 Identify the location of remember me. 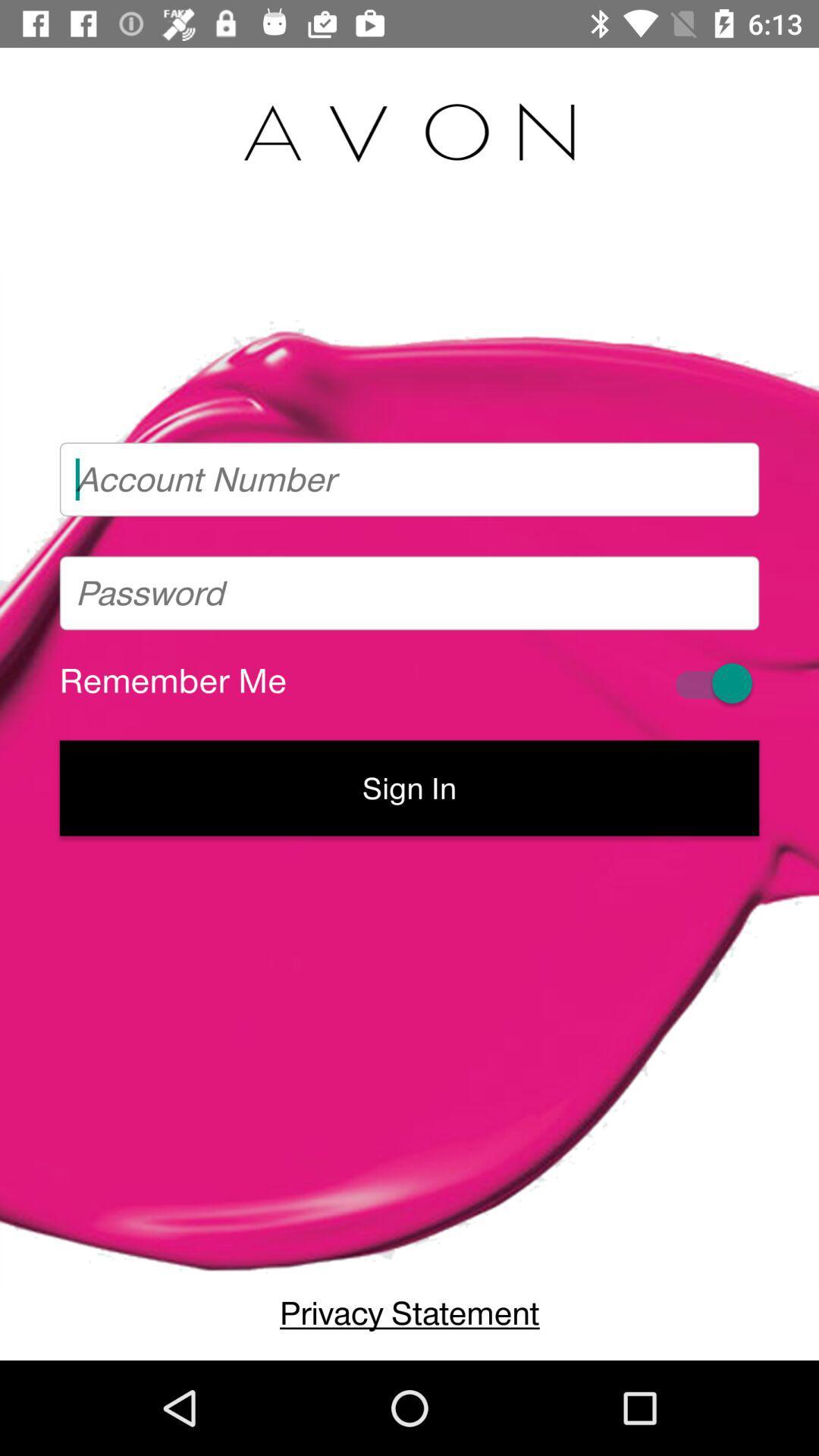
(711, 682).